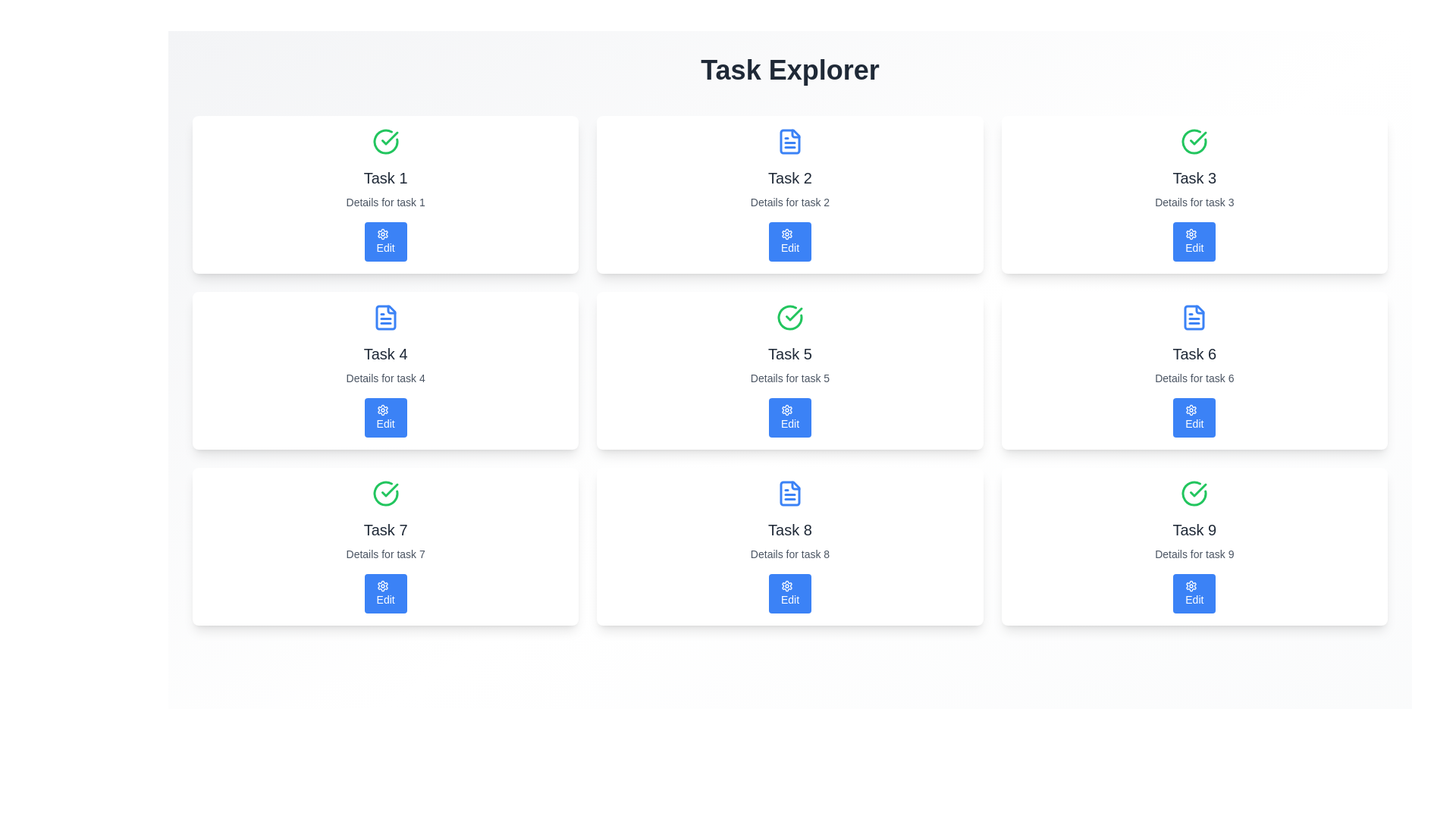  Describe the element at coordinates (789, 418) in the screenshot. I see `the 'Edit' button with a cogwheel icon in the bottom section of the 'Task 5' card to initiate task editing` at that location.